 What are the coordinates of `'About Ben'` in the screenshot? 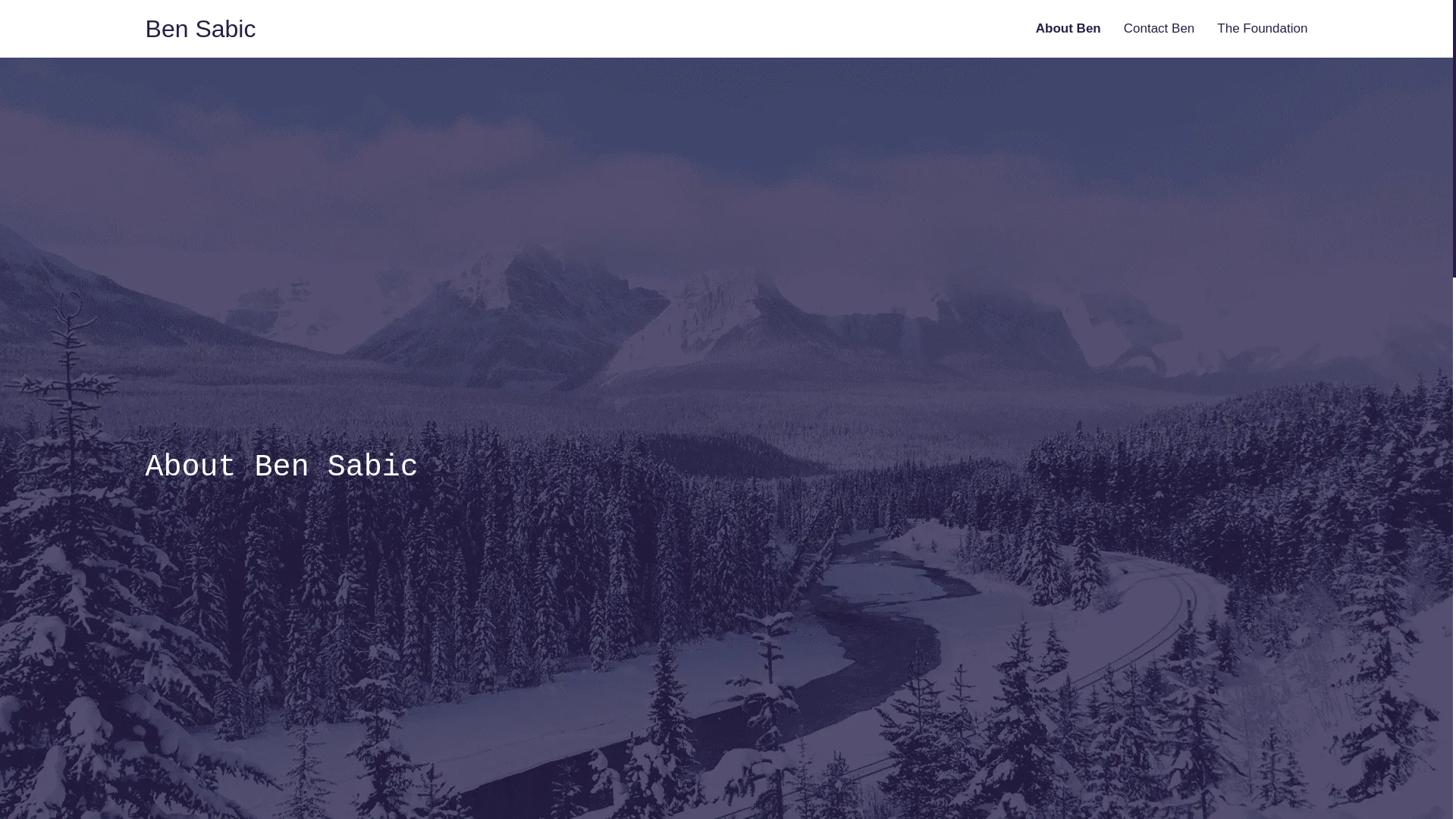 It's located at (1068, 28).